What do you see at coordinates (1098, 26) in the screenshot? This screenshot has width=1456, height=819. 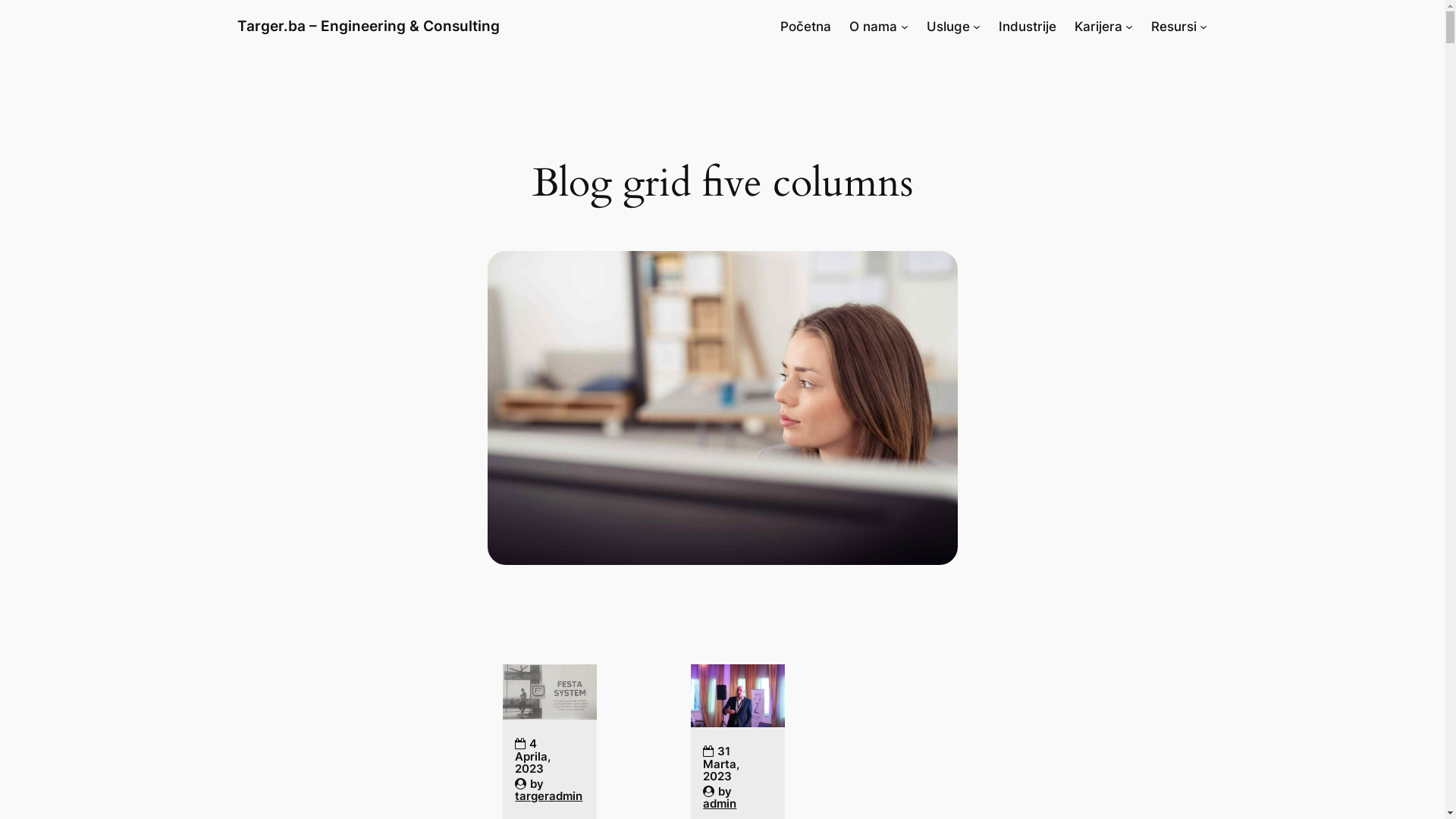 I see `'Karijera'` at bounding box center [1098, 26].